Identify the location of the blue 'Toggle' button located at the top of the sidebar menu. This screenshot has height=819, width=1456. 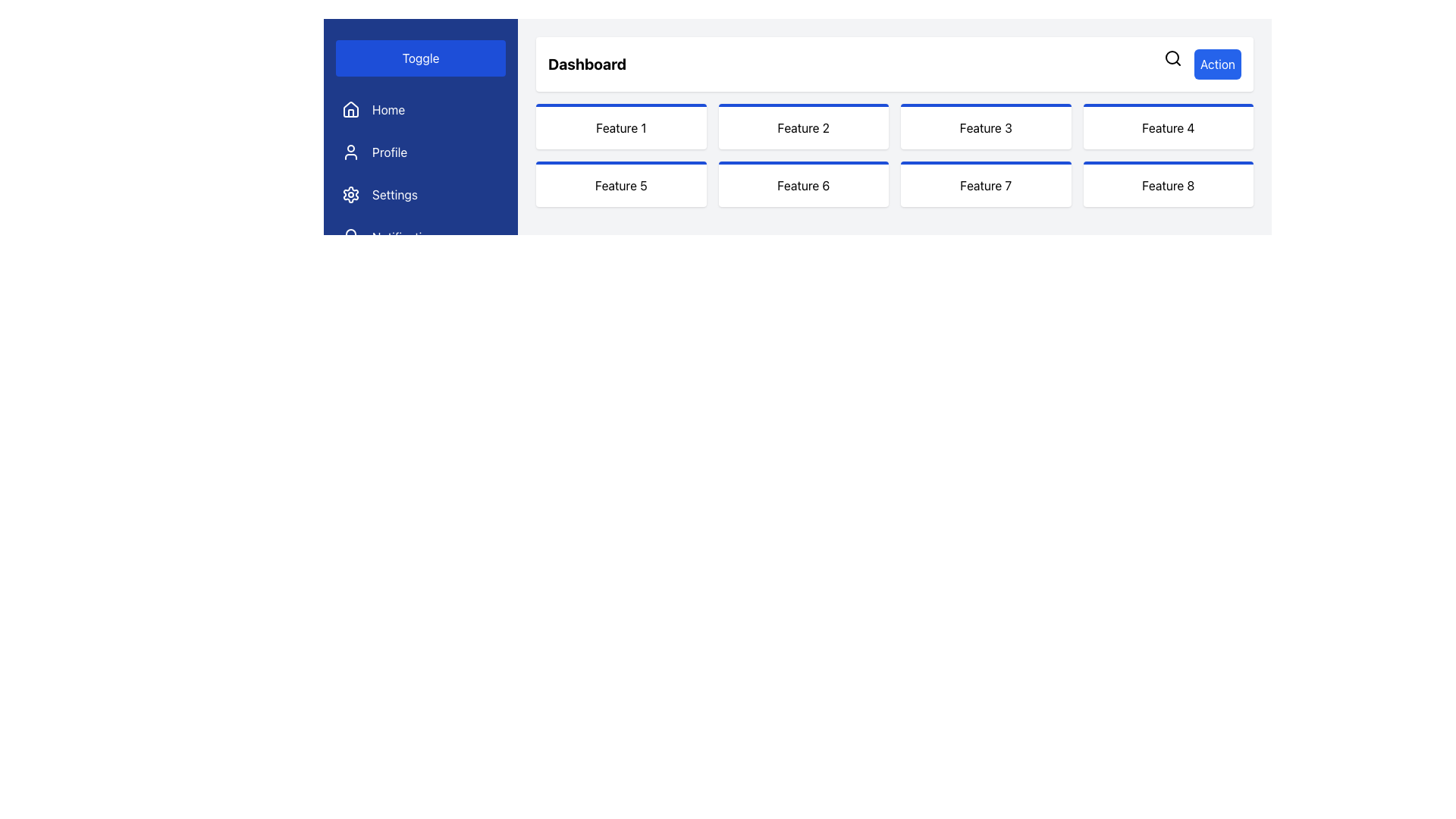
(421, 58).